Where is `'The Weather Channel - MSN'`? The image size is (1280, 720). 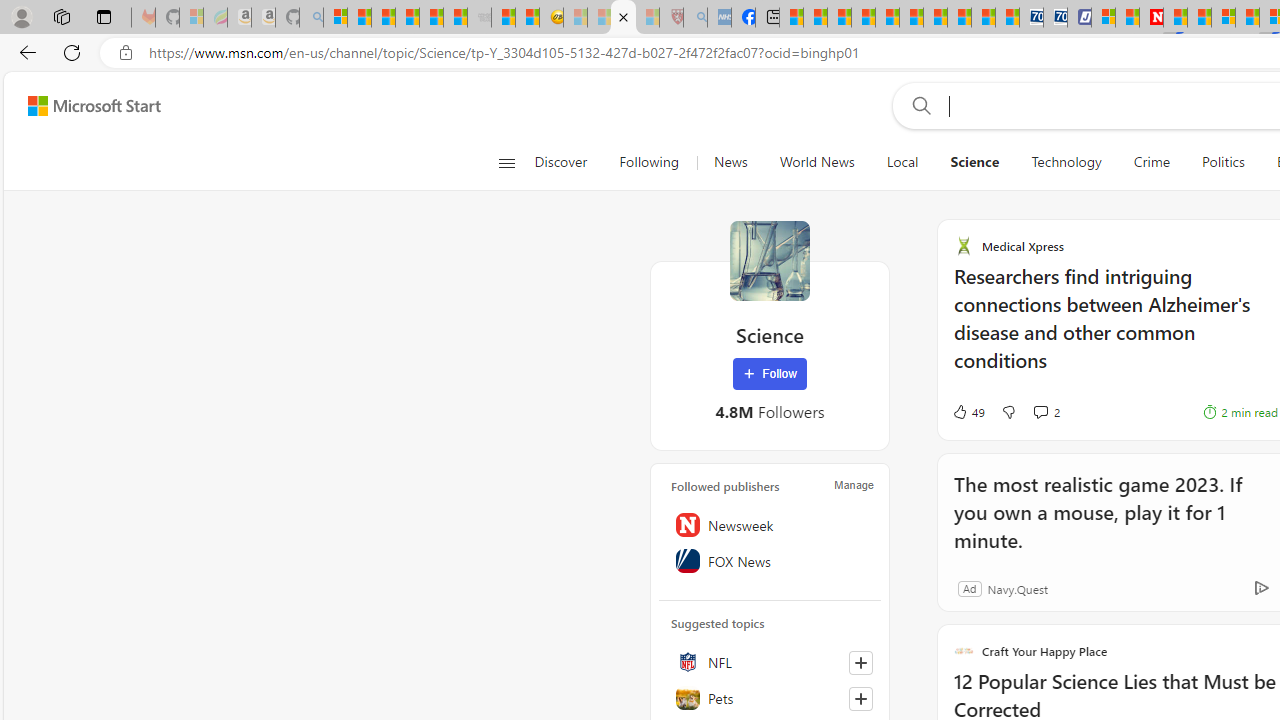
'The Weather Channel - MSN' is located at coordinates (384, 17).